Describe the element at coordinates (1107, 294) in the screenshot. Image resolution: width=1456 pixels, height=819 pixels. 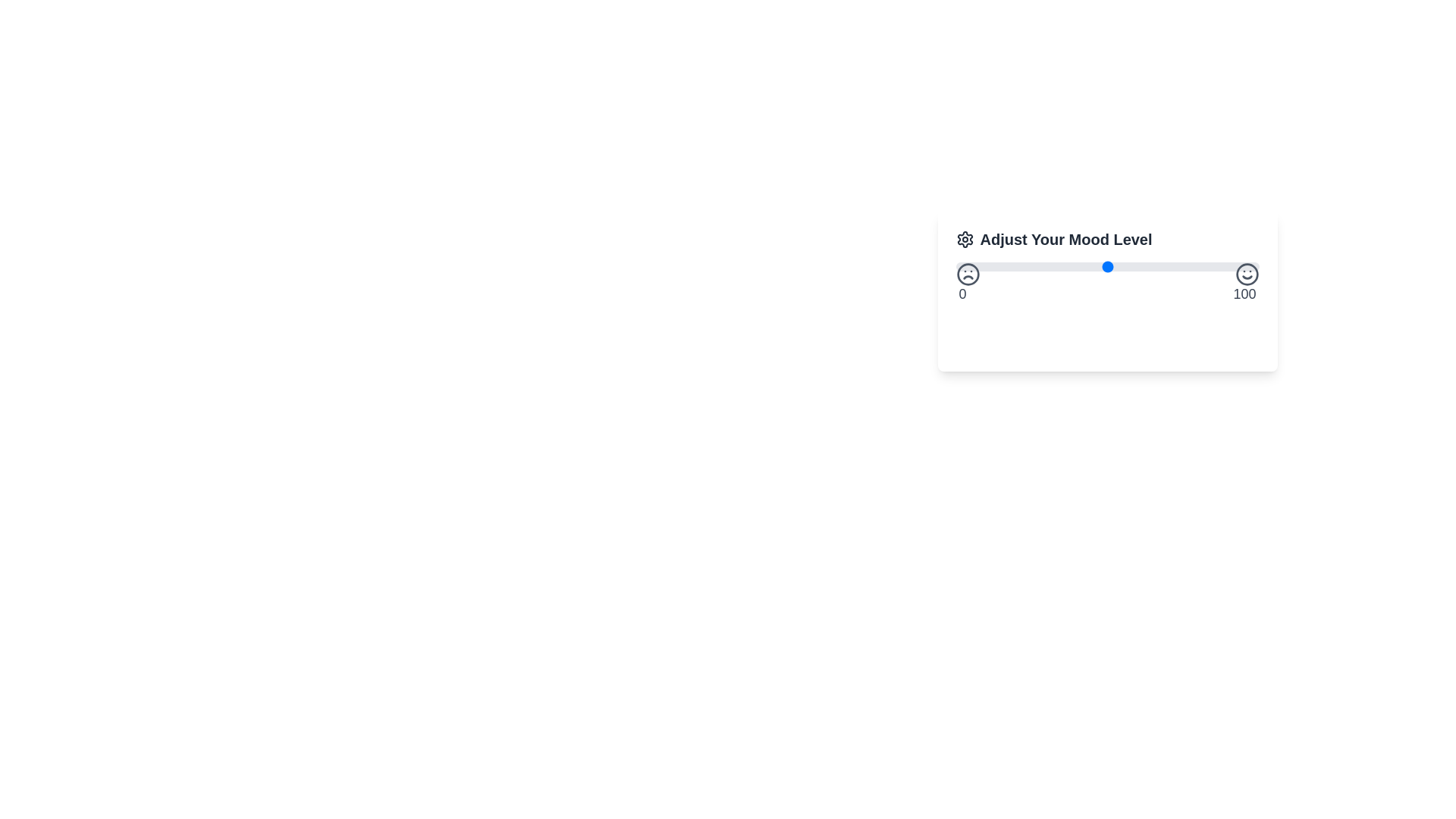
I see `the static text label displaying the range '0 to 100' located below the mood level slider in the 'Adjust Your Mood Level' component` at that location.